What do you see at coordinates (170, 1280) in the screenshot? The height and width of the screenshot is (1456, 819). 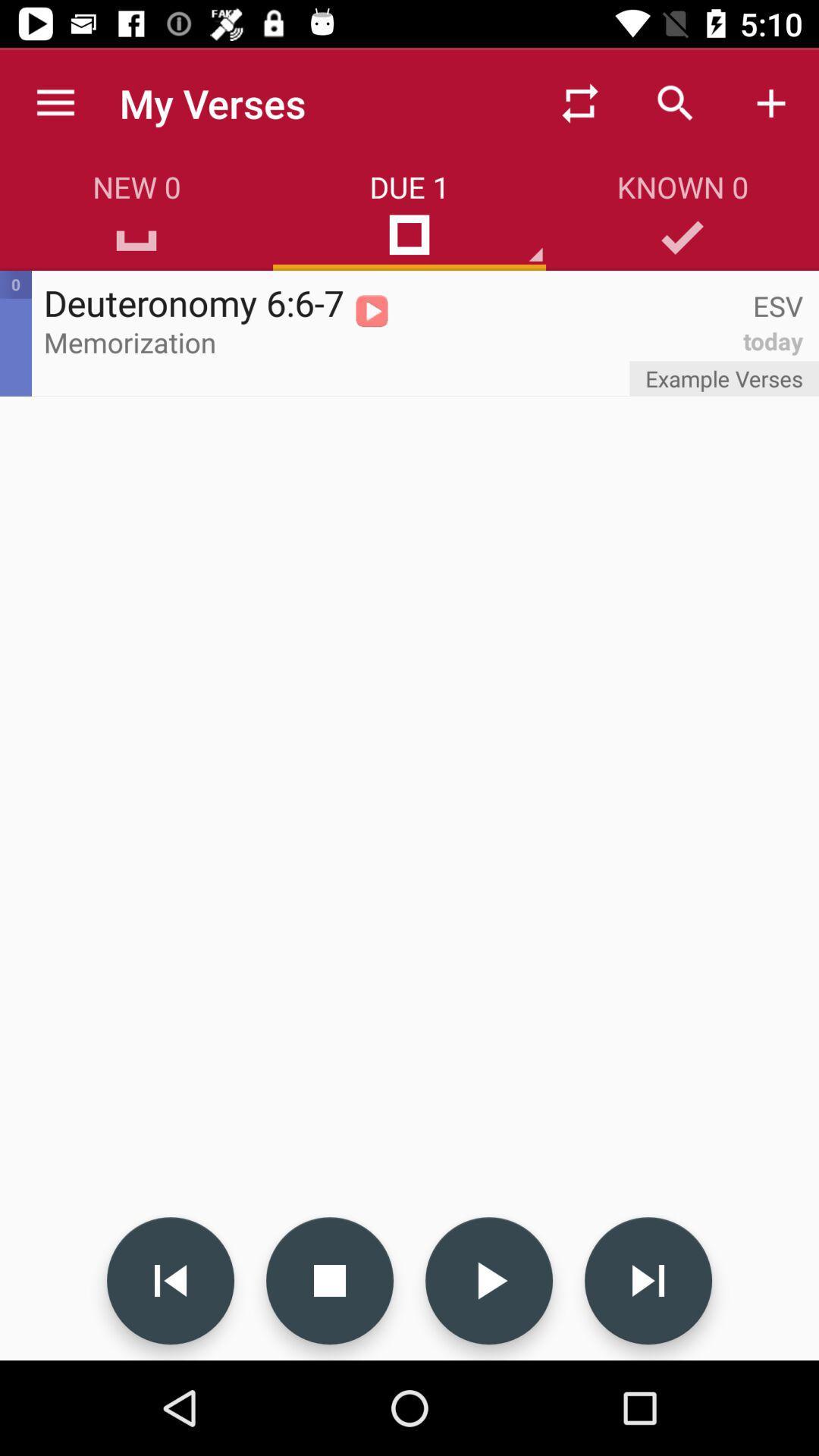 I see `rewind` at bounding box center [170, 1280].